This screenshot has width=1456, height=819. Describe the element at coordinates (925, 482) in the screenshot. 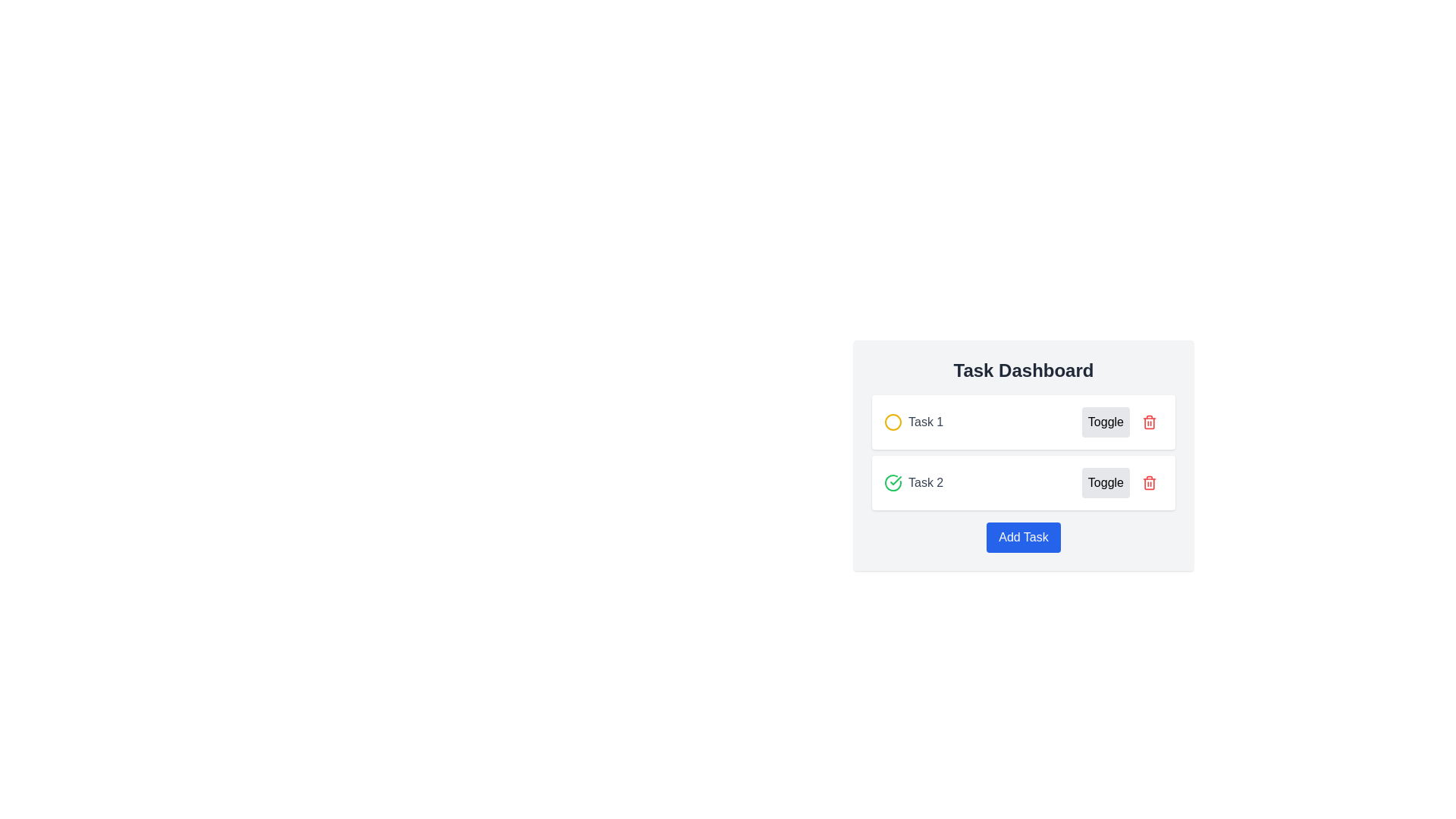

I see `text label displaying 'Task 2', which is styled in gray and positioned next to a green checkmark icon in a task list` at that location.